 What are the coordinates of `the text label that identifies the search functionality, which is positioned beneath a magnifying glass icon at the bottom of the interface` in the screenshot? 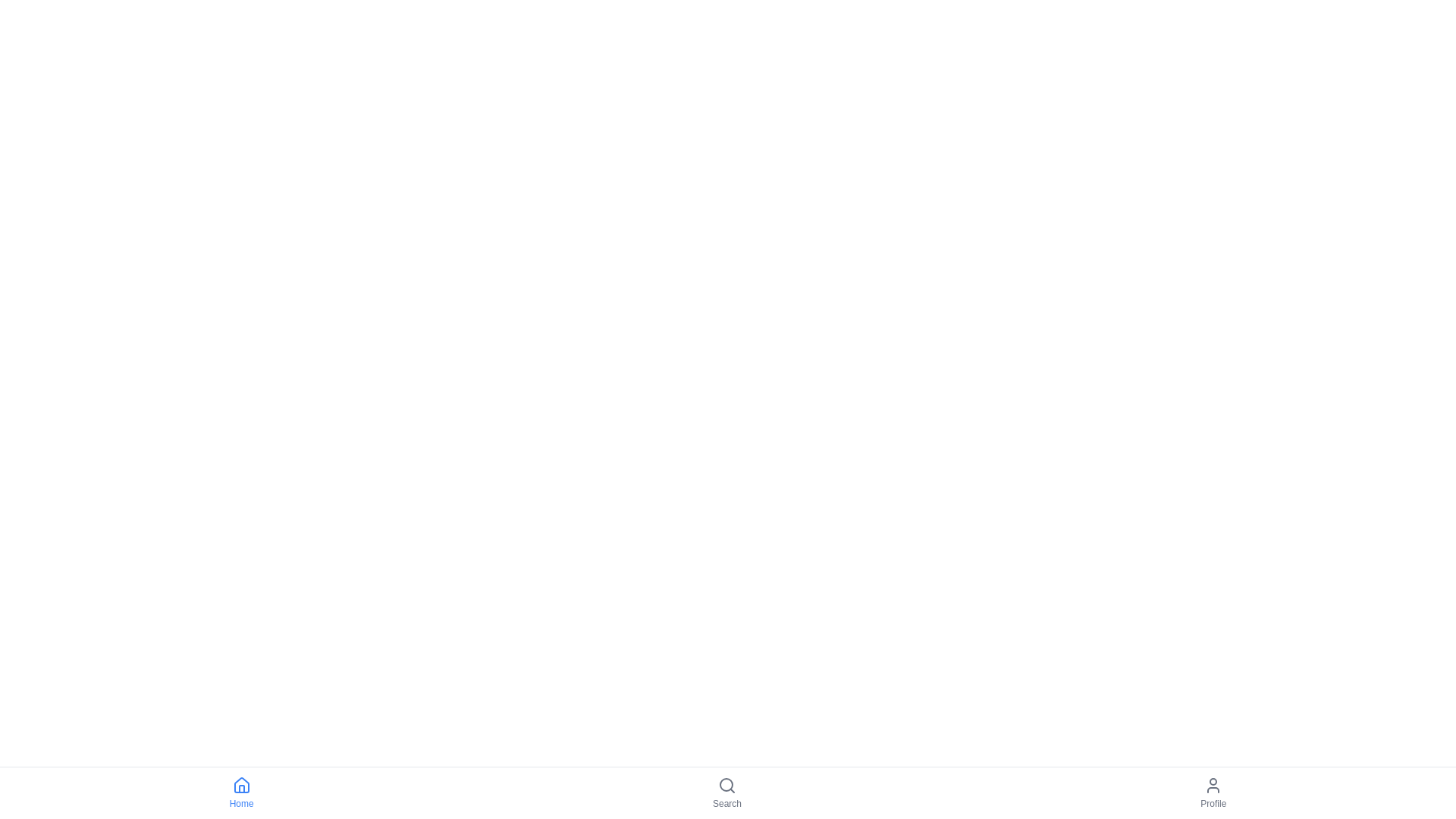 It's located at (726, 803).